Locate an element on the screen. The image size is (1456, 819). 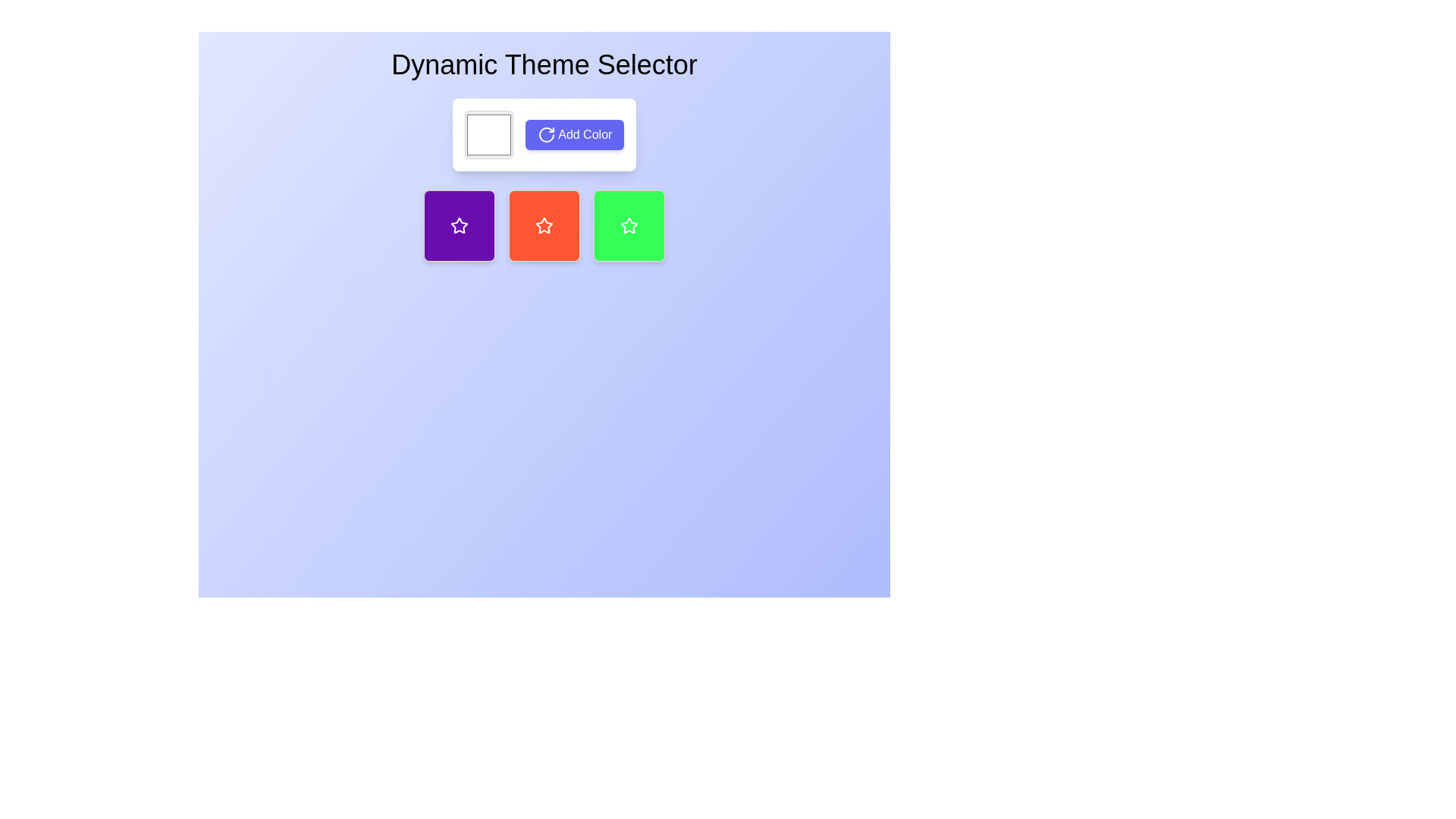
the left part of the refresh icon located within the blue 'Add Color' button in the upper right corner of the white rectangular section is located at coordinates (546, 134).